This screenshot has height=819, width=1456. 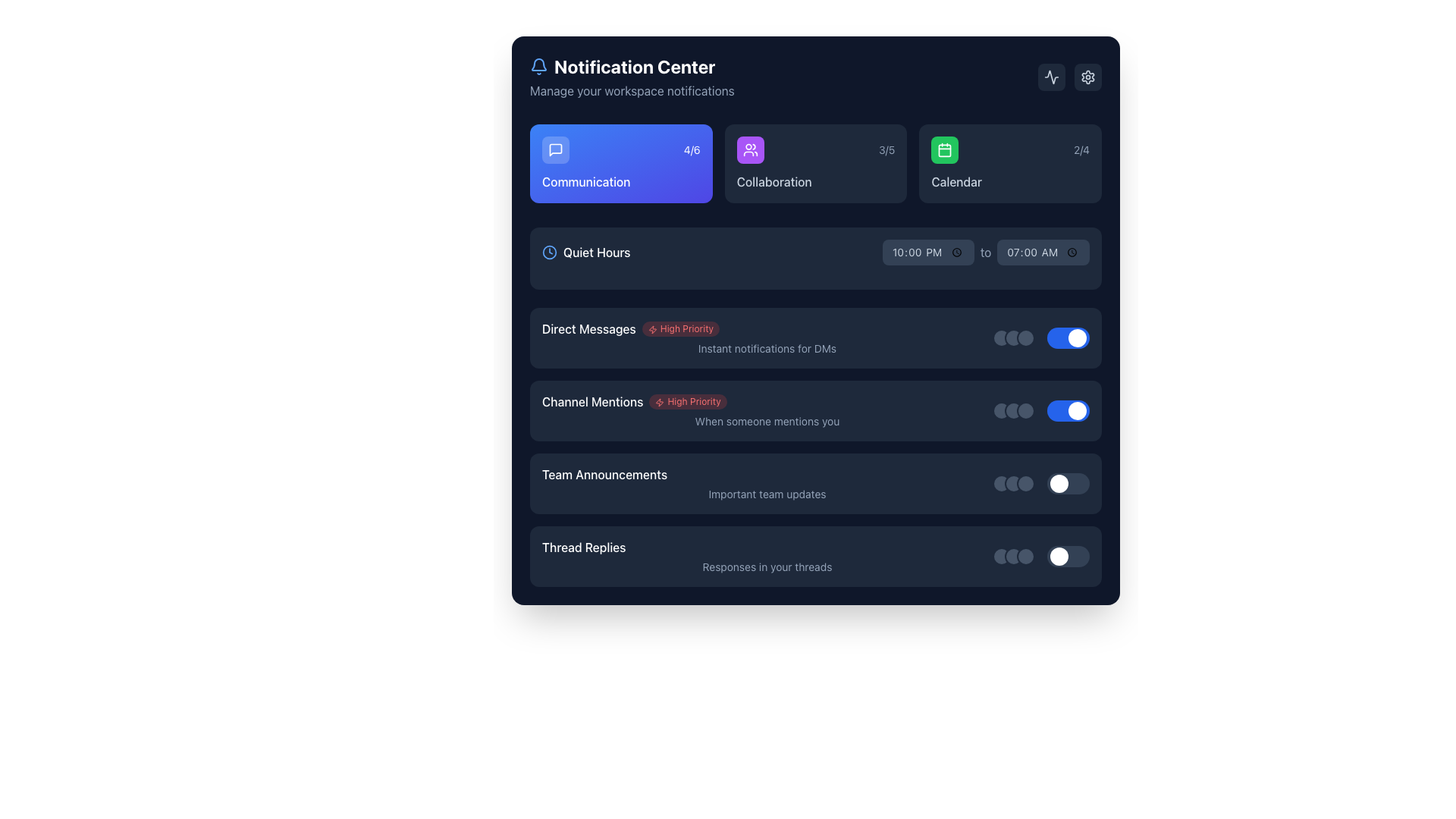 What do you see at coordinates (1001, 411) in the screenshot?
I see `the leftmost circular decorative element in the horizontal group of three circles located in the middle-right portion of the interface, adjacent to the 'Channel Mentions' label` at bounding box center [1001, 411].